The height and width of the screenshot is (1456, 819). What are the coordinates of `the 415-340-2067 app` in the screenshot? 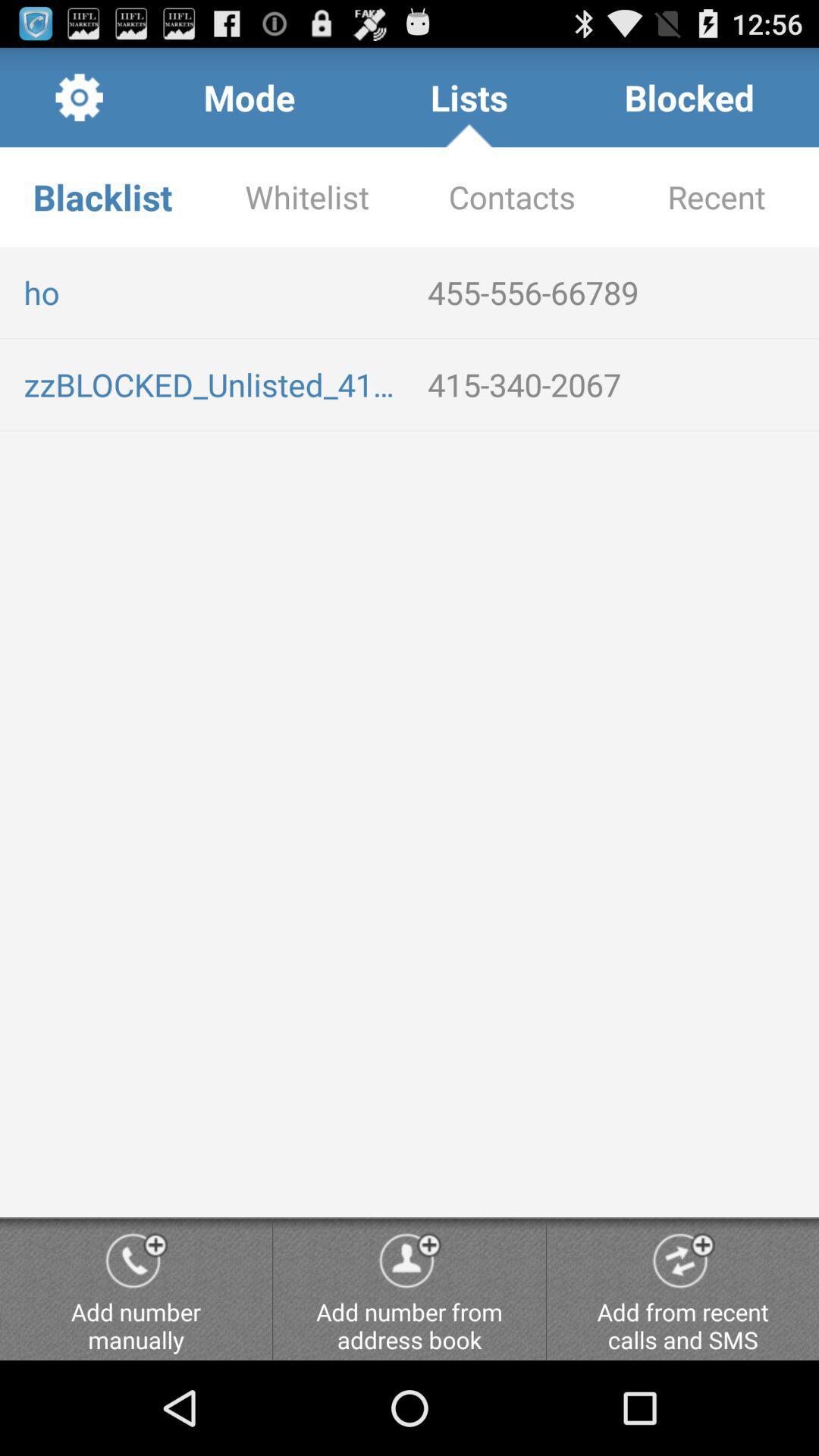 It's located at (617, 384).